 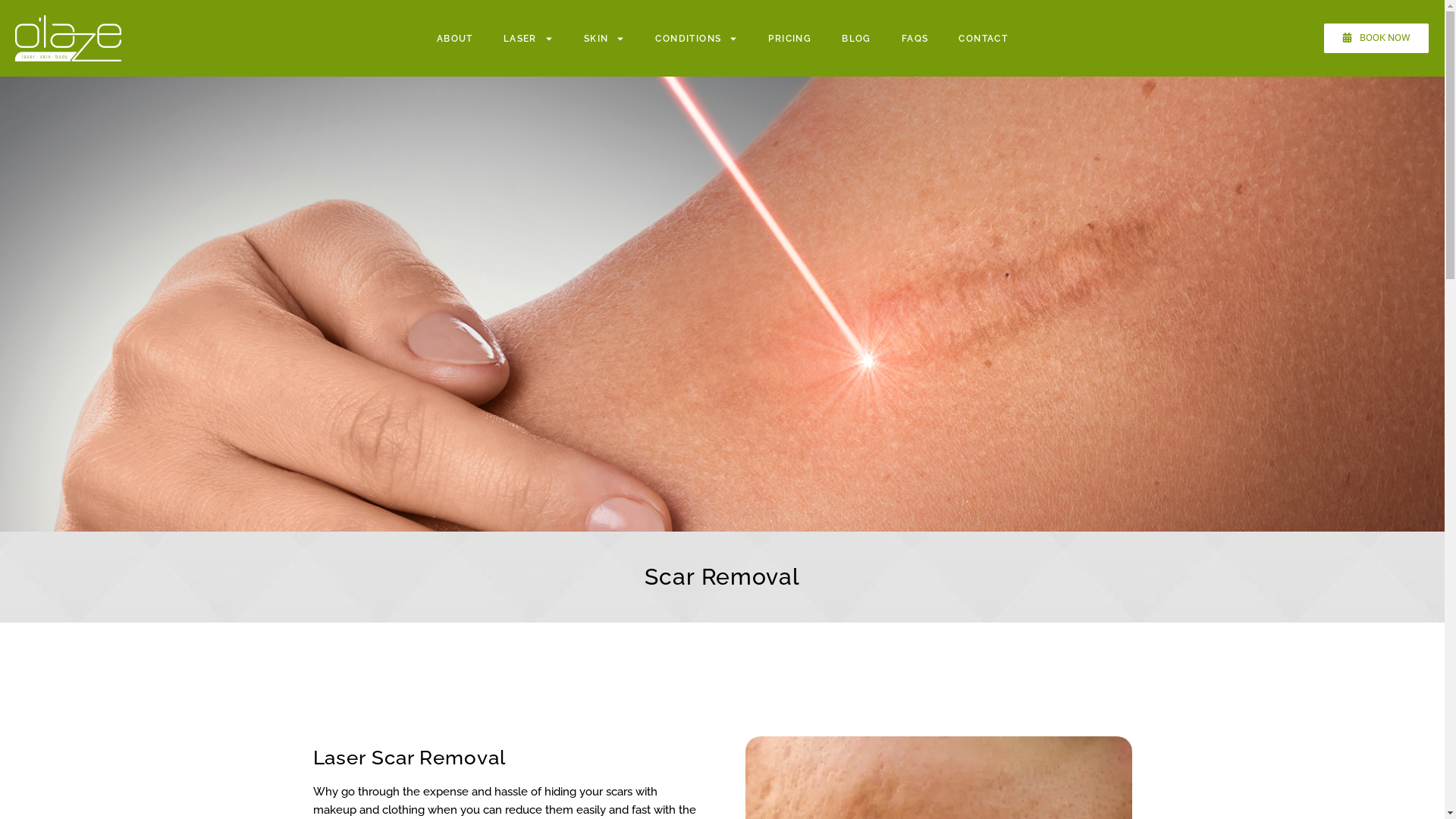 I want to click on 'BLOG', so click(x=856, y=37).